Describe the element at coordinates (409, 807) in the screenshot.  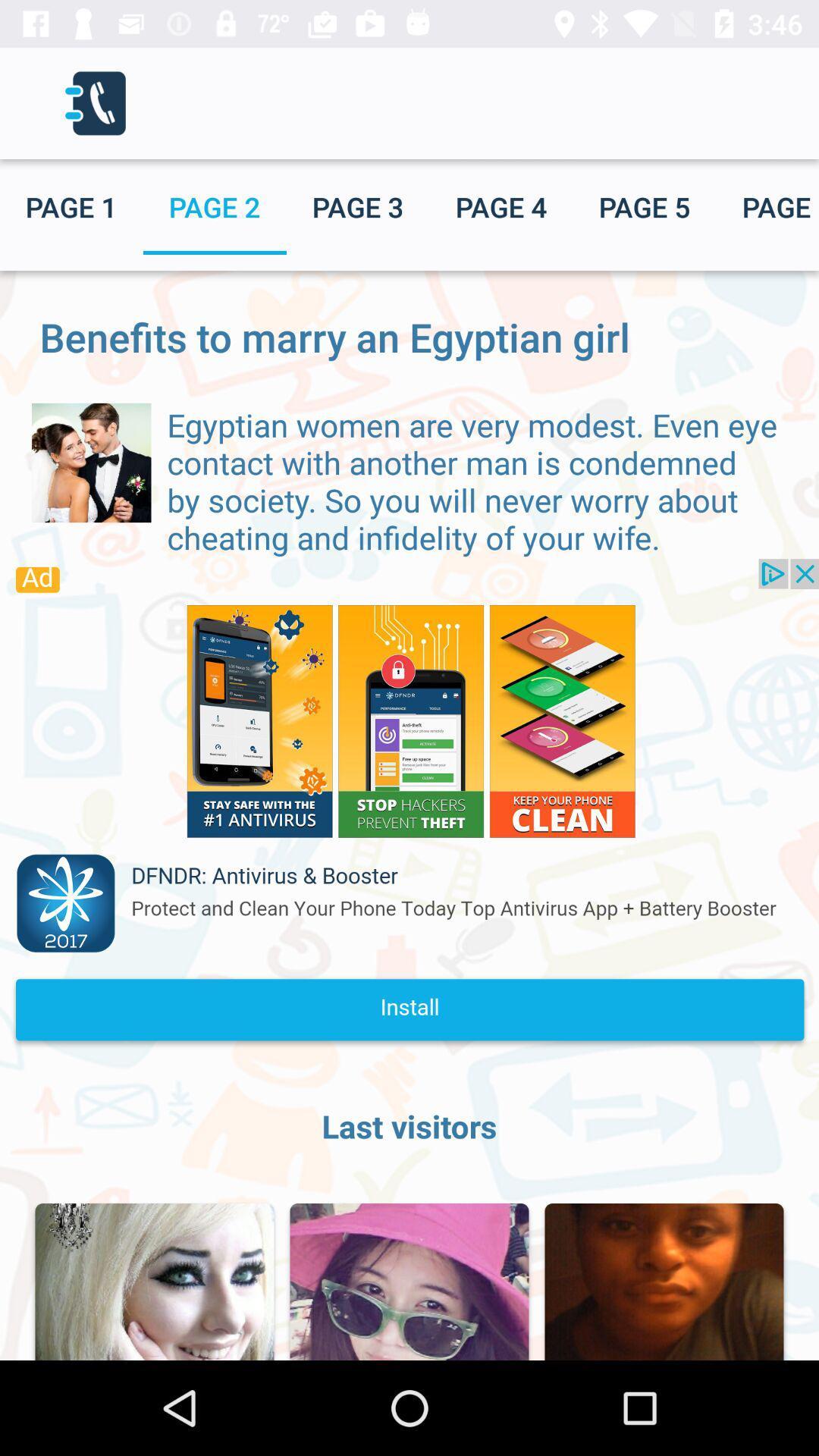
I see `install dfndr` at that location.